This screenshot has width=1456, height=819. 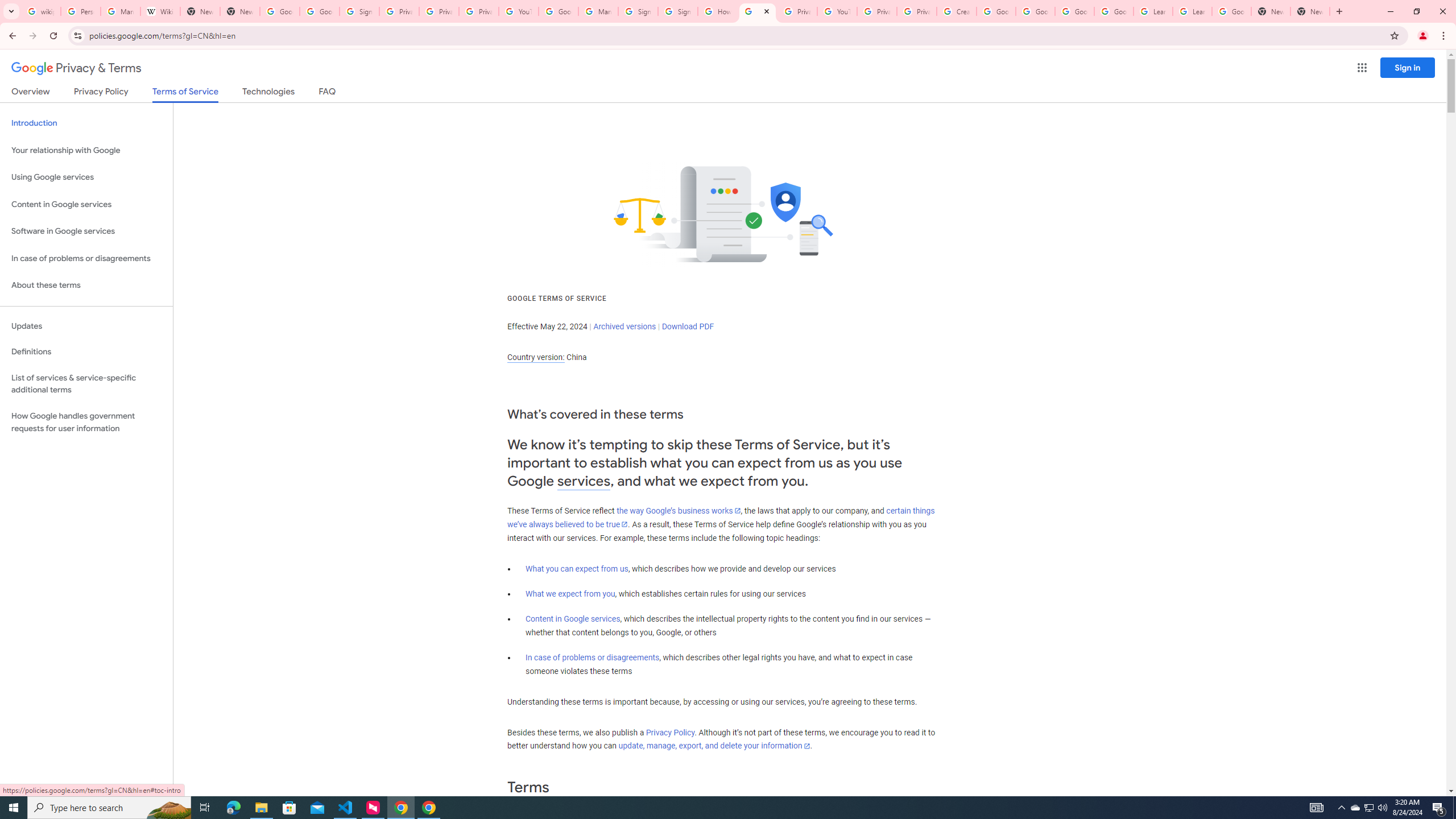 What do you see at coordinates (535, 357) in the screenshot?
I see `'Country version:'` at bounding box center [535, 357].